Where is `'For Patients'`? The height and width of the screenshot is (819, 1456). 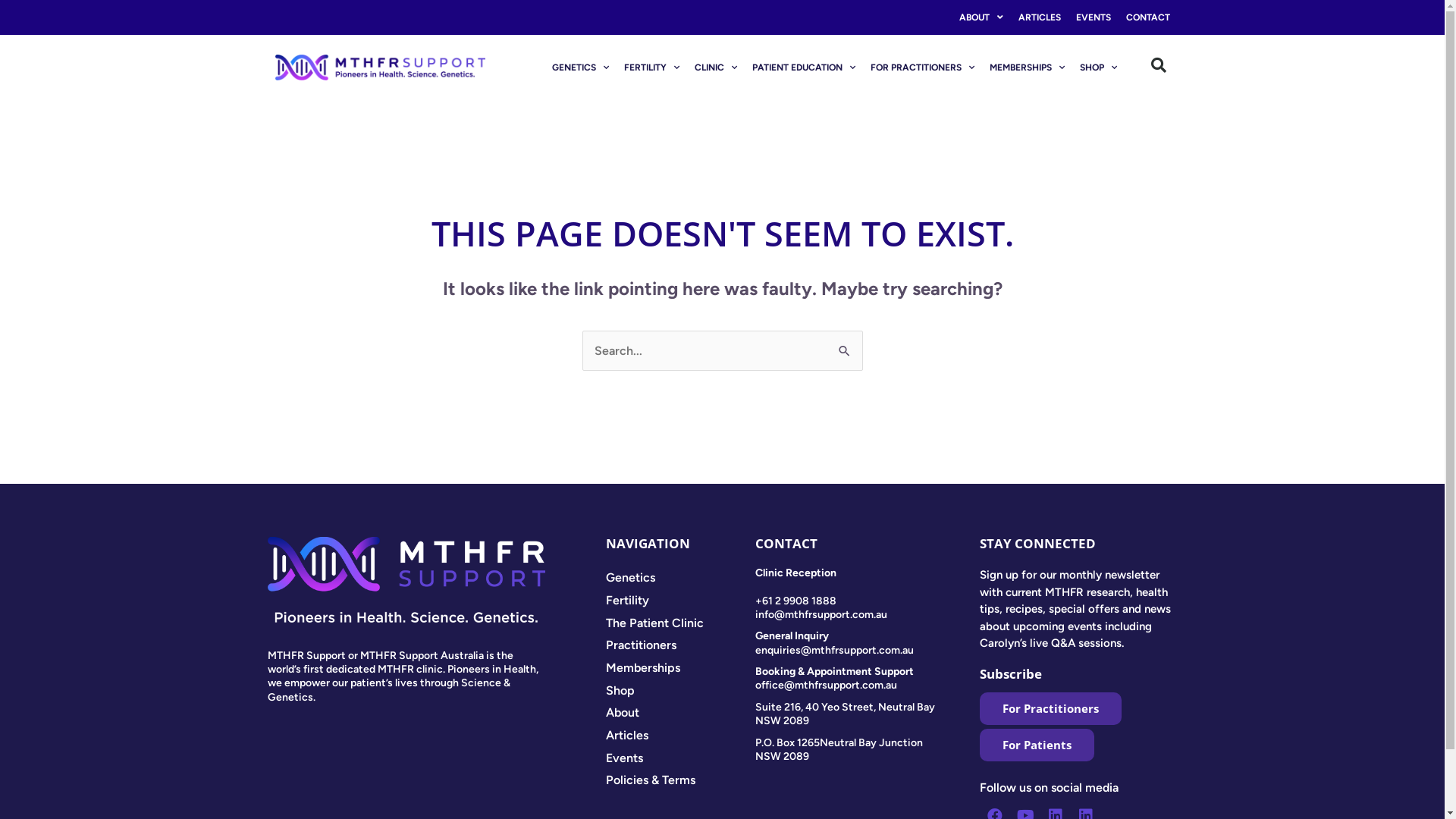
'For Patients' is located at coordinates (1036, 744).